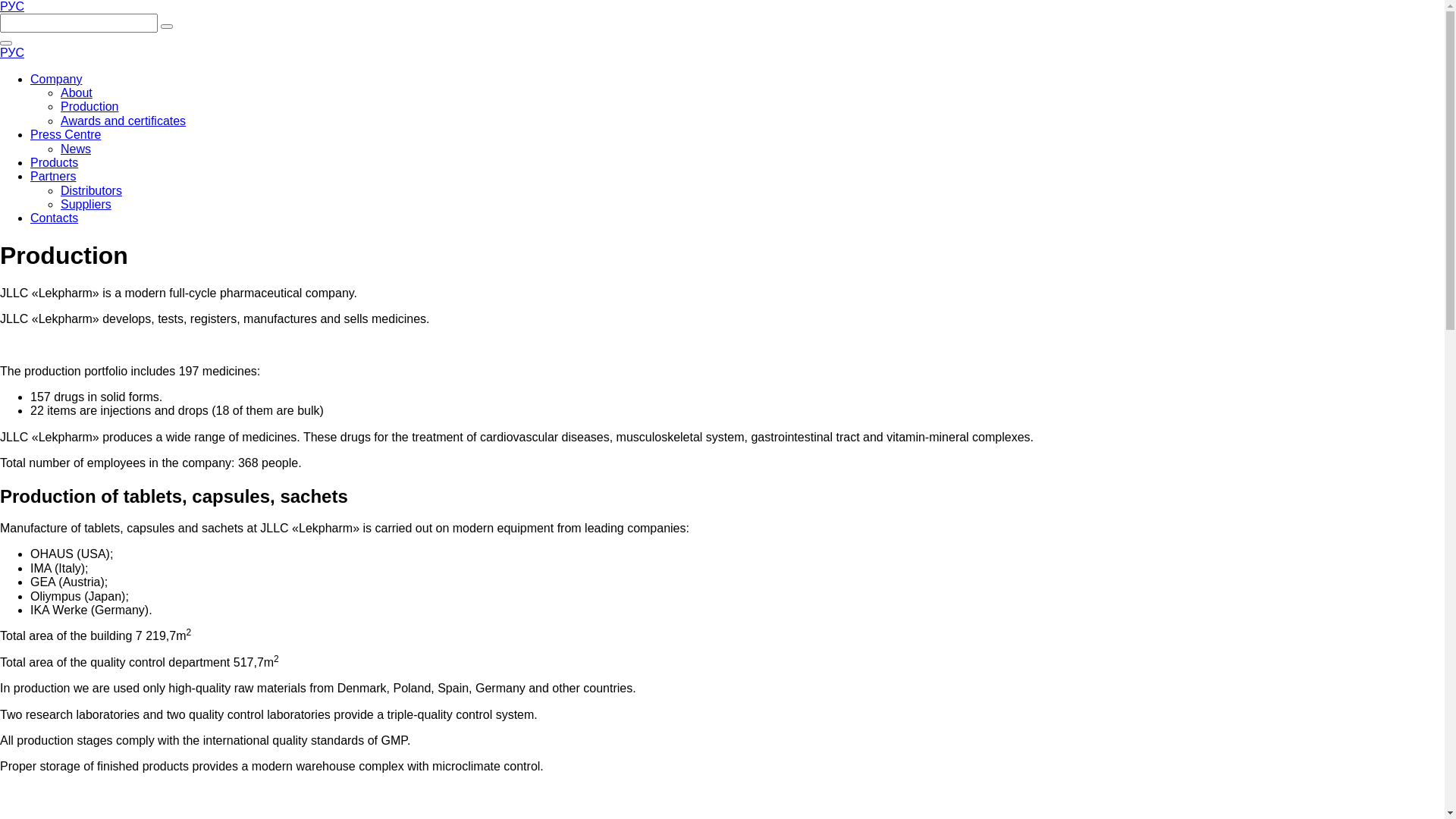 The image size is (1456, 819). I want to click on 'Awards and certificates', so click(123, 120).